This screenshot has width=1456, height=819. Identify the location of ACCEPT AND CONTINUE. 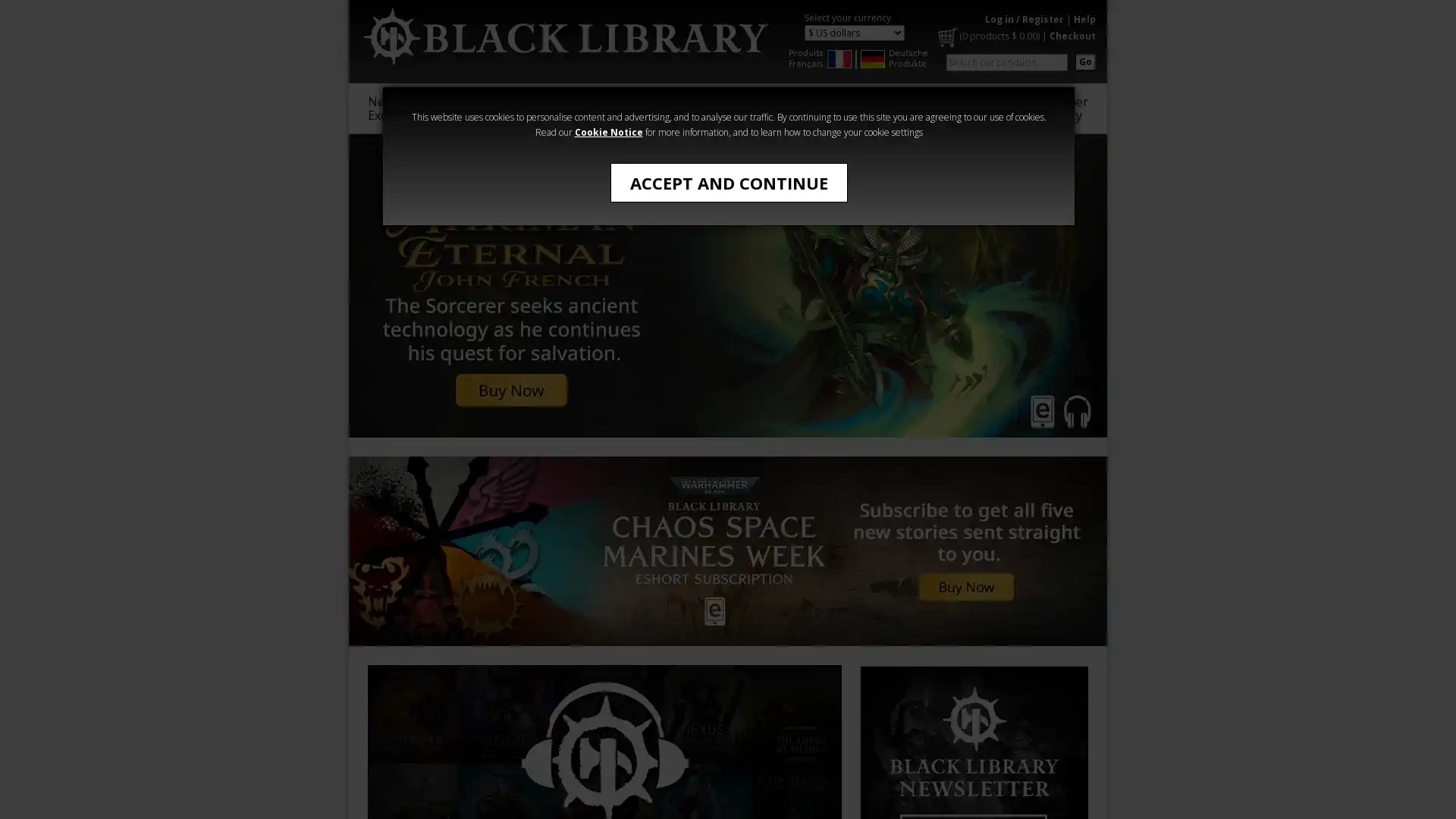
(728, 181).